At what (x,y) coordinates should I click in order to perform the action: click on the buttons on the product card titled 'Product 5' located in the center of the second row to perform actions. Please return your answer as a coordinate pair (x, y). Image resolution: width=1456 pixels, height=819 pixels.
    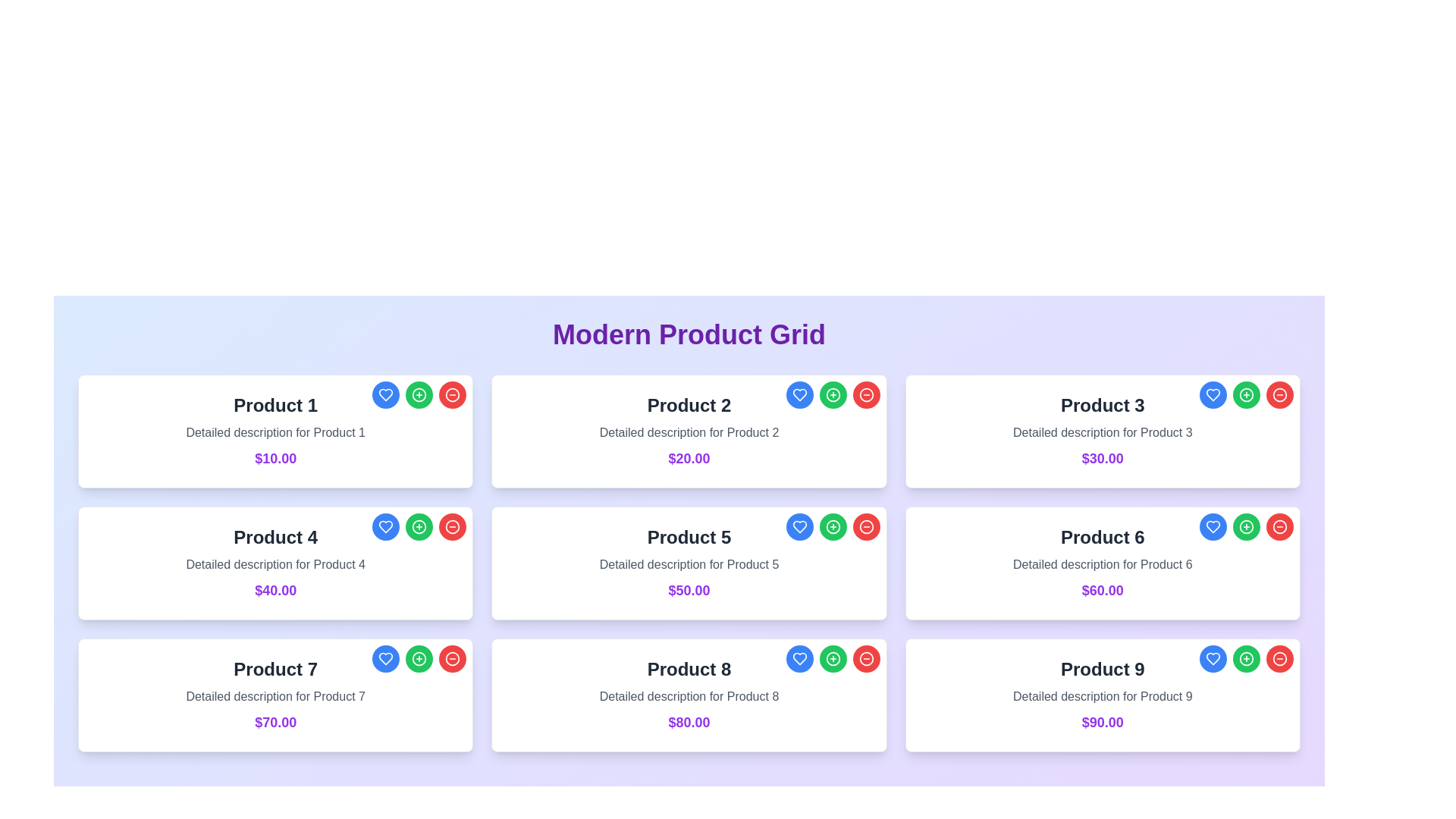
    Looking at the image, I should click on (688, 563).